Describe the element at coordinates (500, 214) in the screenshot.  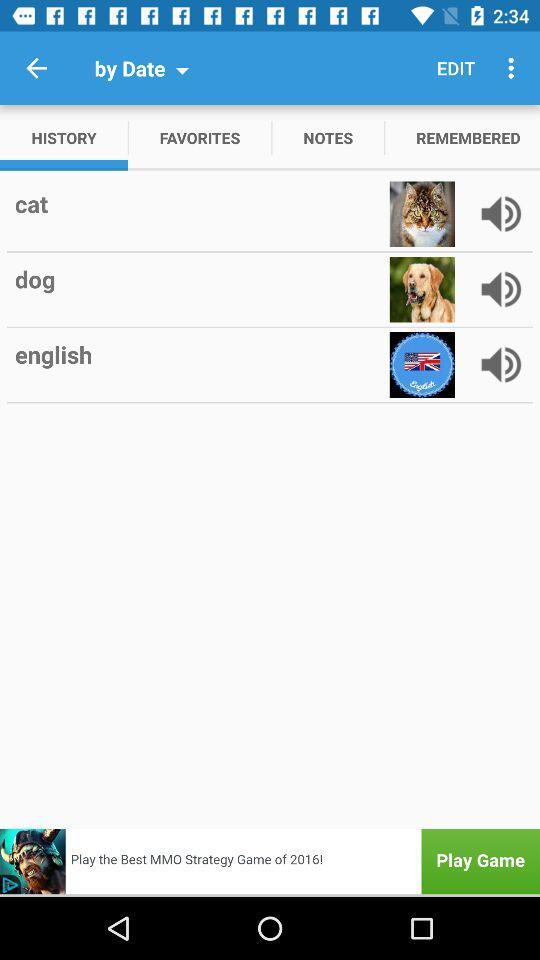
I see `sound` at that location.